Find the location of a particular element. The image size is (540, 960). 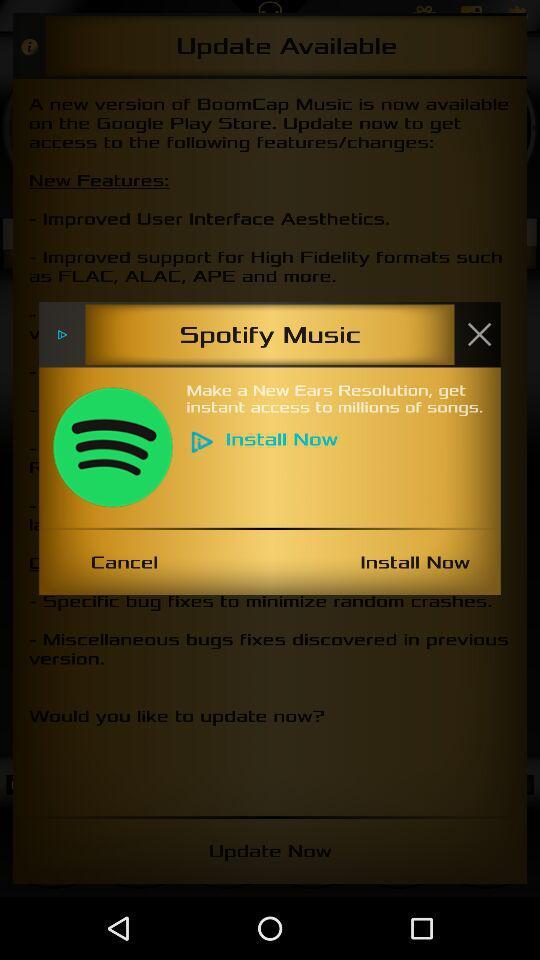

x is located at coordinates (478, 334).